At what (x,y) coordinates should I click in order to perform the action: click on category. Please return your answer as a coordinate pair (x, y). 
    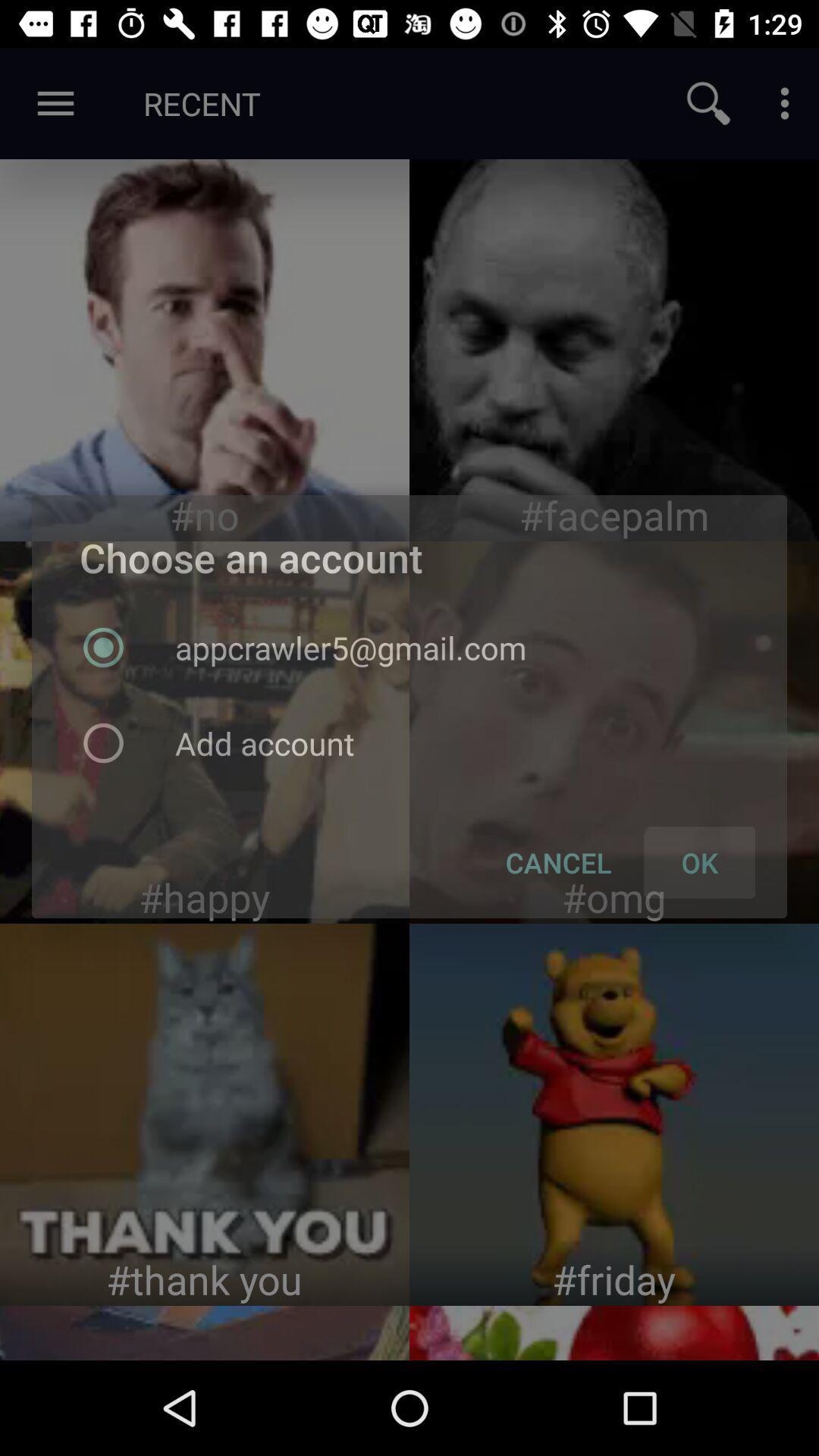
    Looking at the image, I should click on (205, 732).